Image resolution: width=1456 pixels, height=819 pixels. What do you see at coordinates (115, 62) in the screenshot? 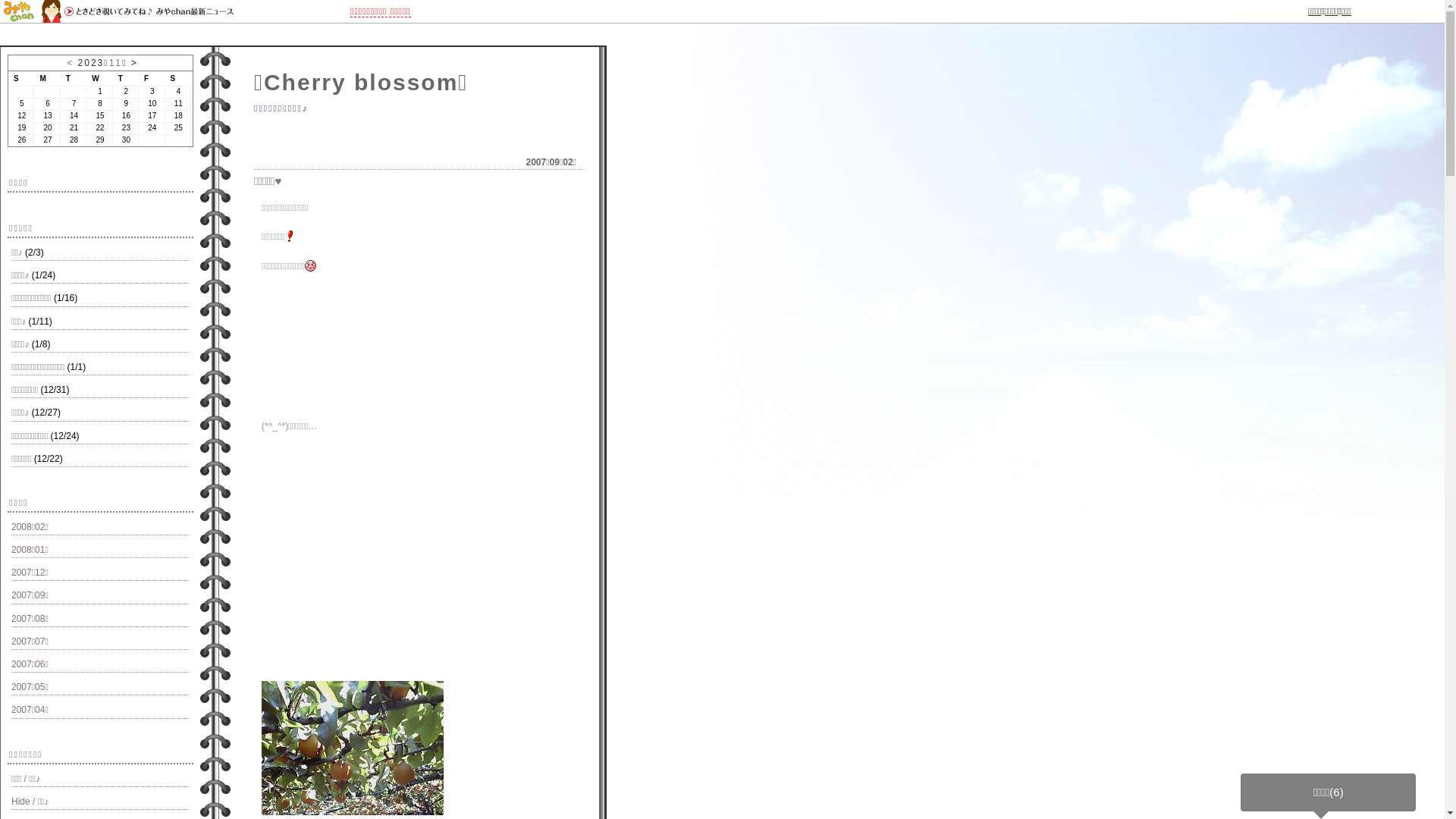
I see `'11'` at bounding box center [115, 62].